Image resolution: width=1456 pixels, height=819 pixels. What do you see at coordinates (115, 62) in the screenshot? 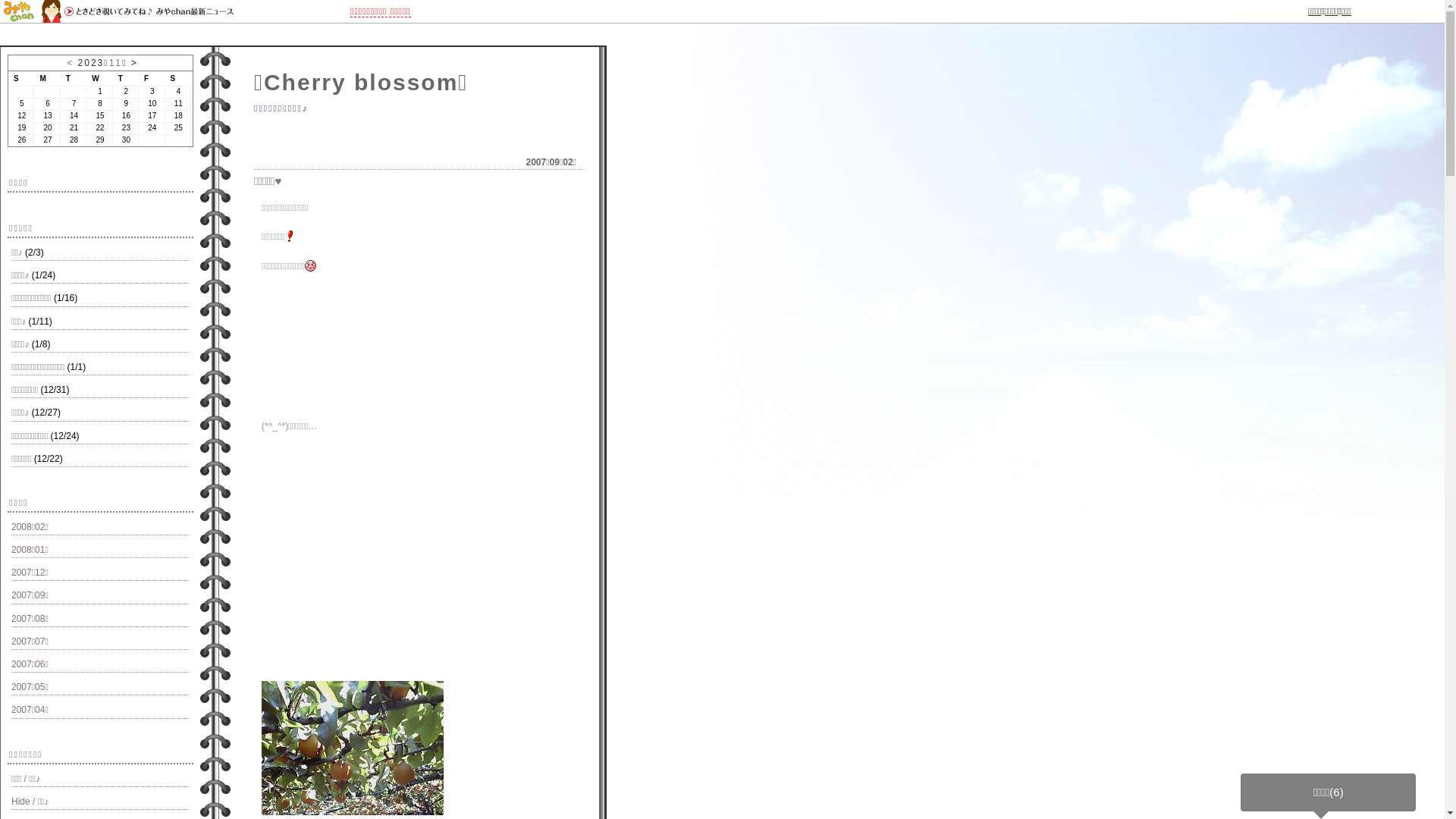
I see `'11'` at bounding box center [115, 62].